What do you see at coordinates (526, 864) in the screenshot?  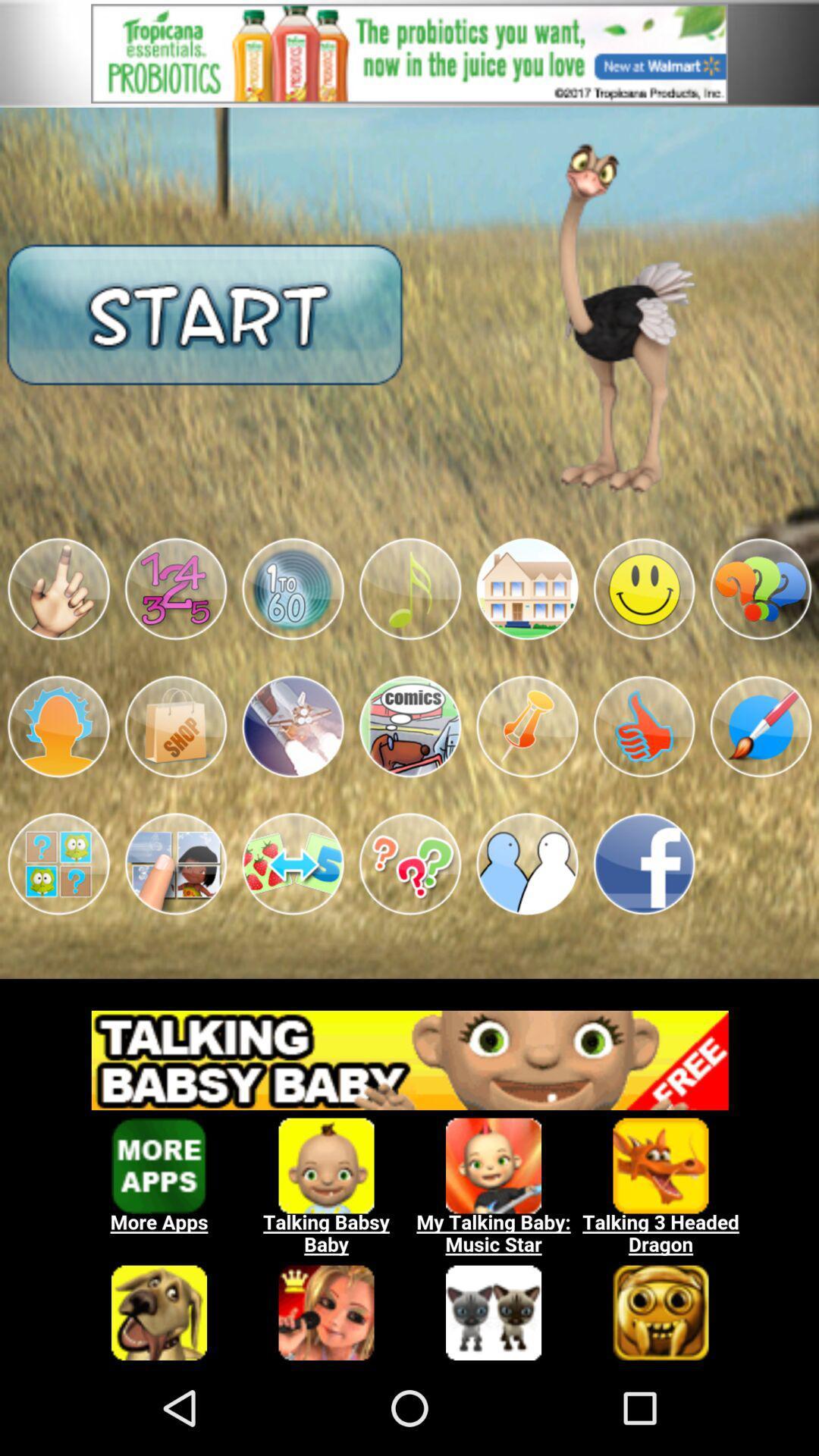 I see `contacts option` at bounding box center [526, 864].